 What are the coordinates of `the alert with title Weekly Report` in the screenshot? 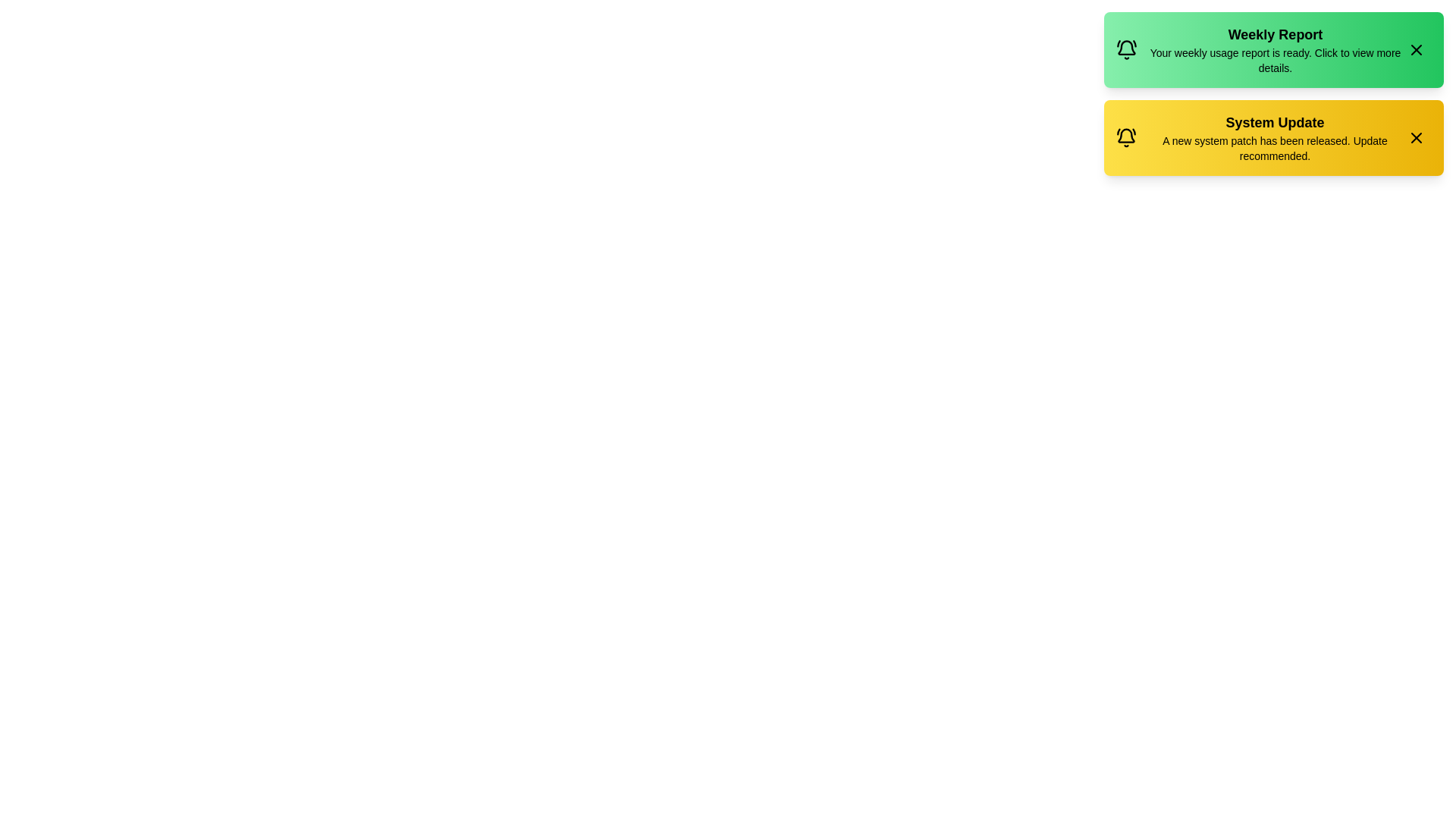 It's located at (1274, 49).